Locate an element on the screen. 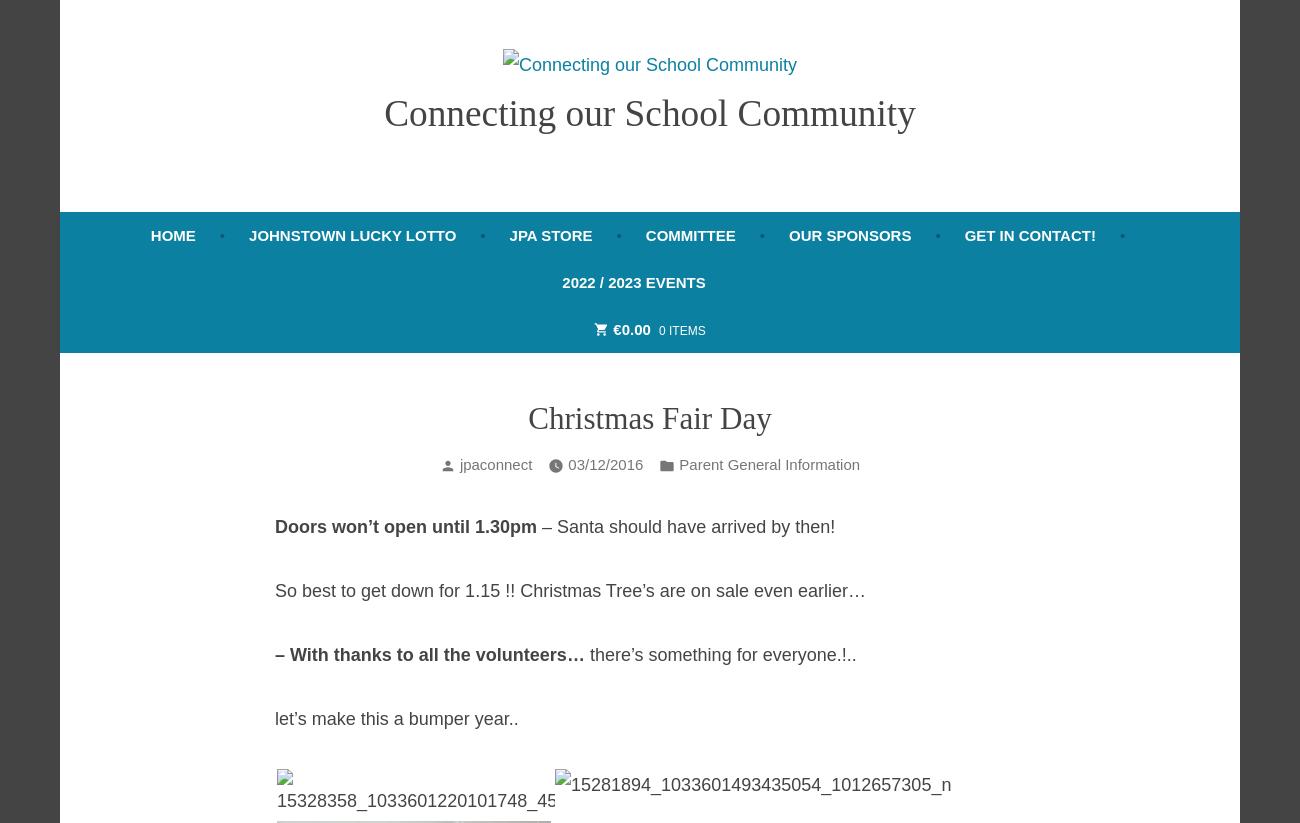 Image resolution: width=1300 pixels, height=823 pixels. 'jpaconnect' is located at coordinates (495, 463).